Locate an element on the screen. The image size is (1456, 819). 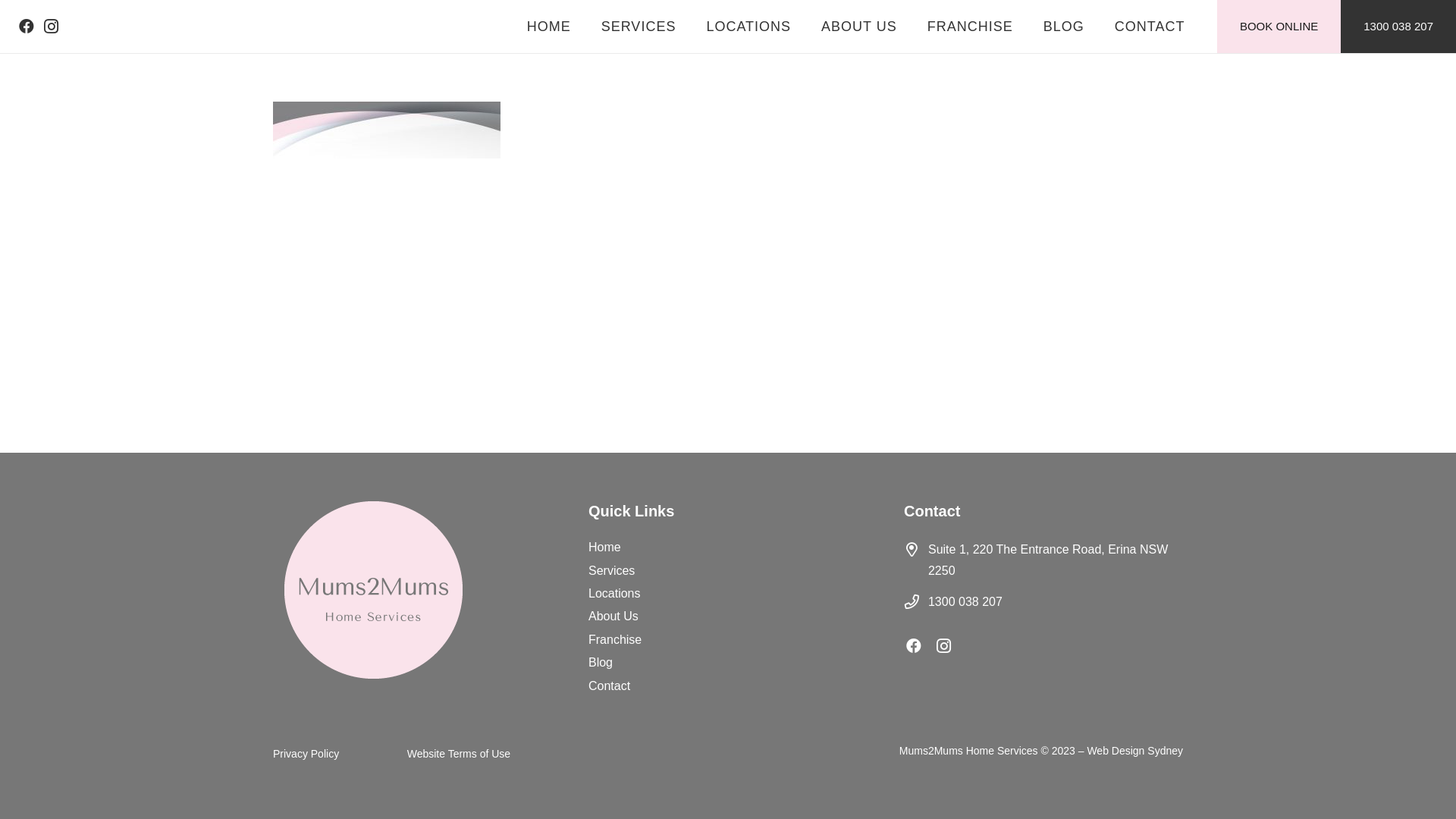
'Blog' is located at coordinates (600, 661).